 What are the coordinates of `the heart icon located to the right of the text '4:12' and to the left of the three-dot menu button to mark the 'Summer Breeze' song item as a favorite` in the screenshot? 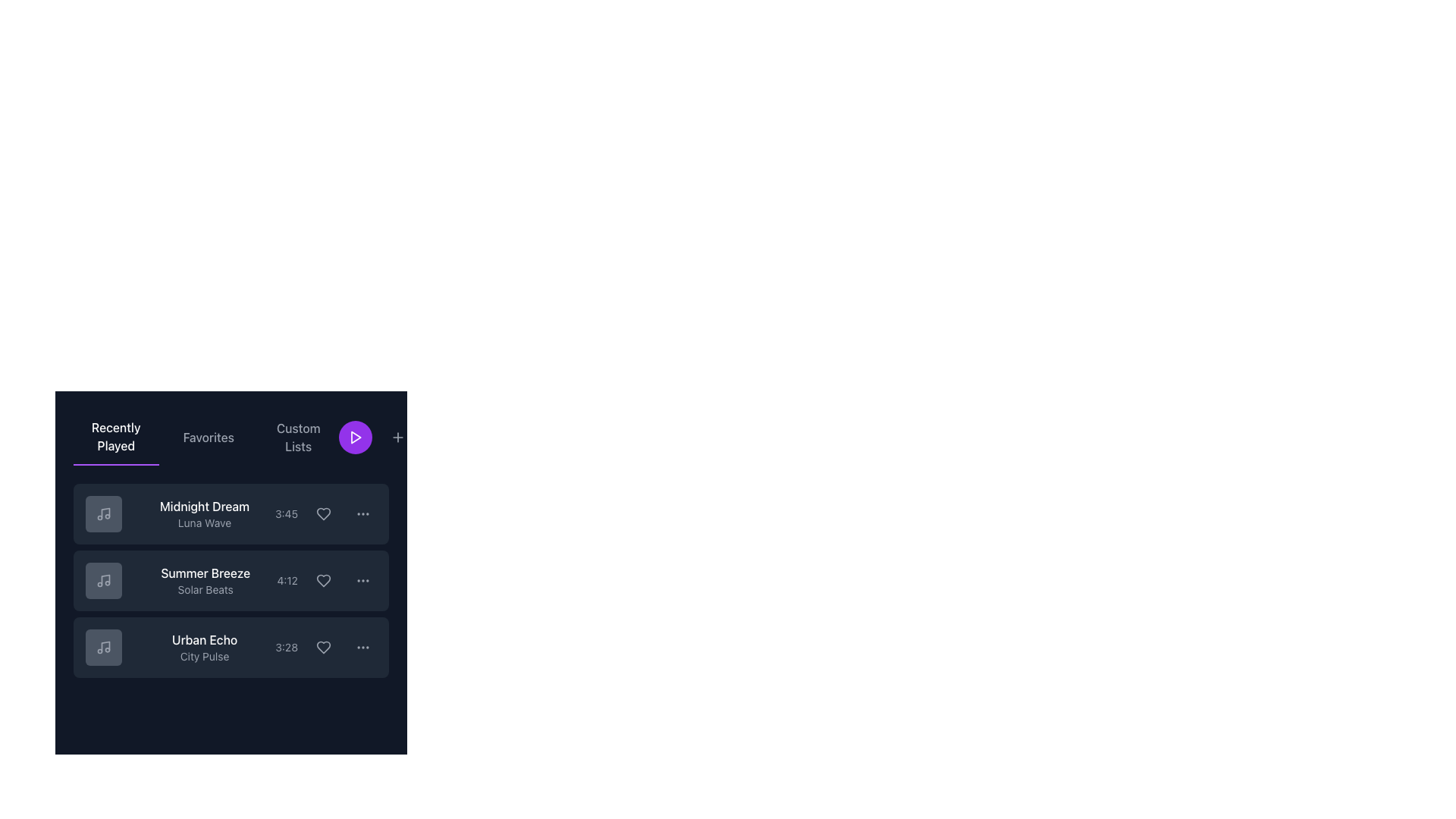 It's located at (326, 580).